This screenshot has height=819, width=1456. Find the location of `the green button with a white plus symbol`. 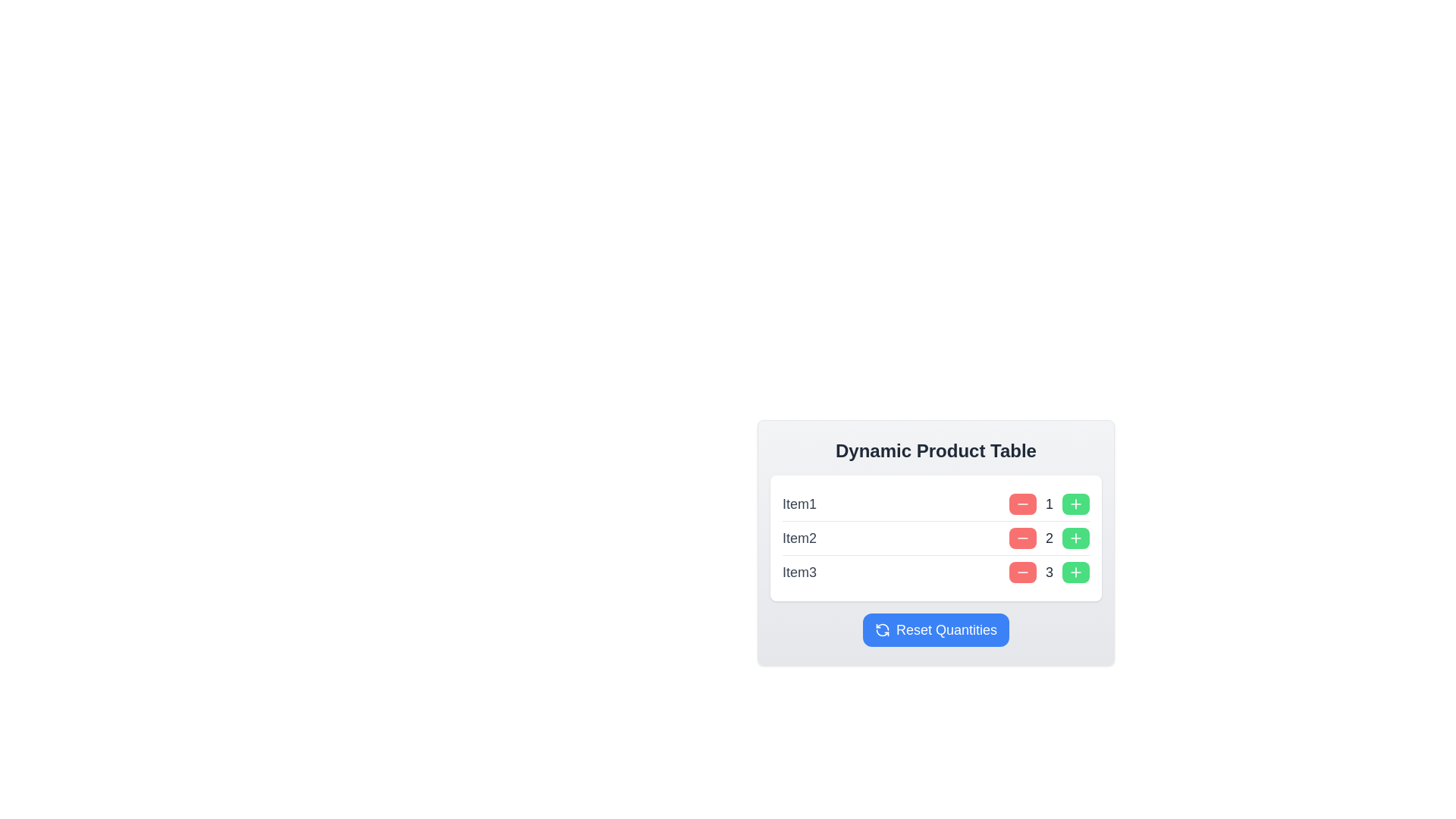

the green button with a white plus symbol is located at coordinates (1075, 537).